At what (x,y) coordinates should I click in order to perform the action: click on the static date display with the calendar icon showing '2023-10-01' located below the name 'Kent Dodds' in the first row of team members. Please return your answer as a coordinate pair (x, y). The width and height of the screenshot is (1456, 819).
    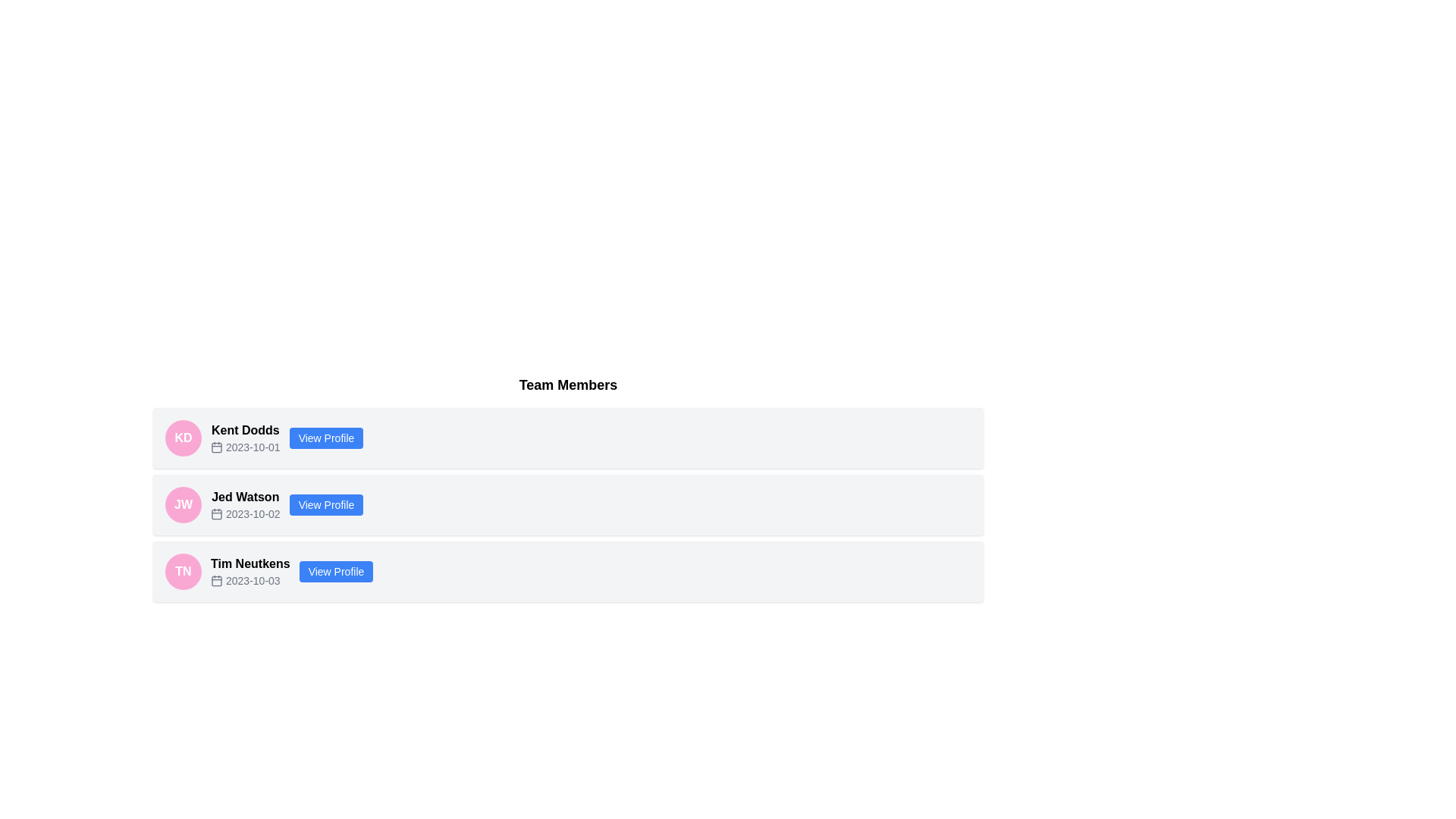
    Looking at the image, I should click on (245, 447).